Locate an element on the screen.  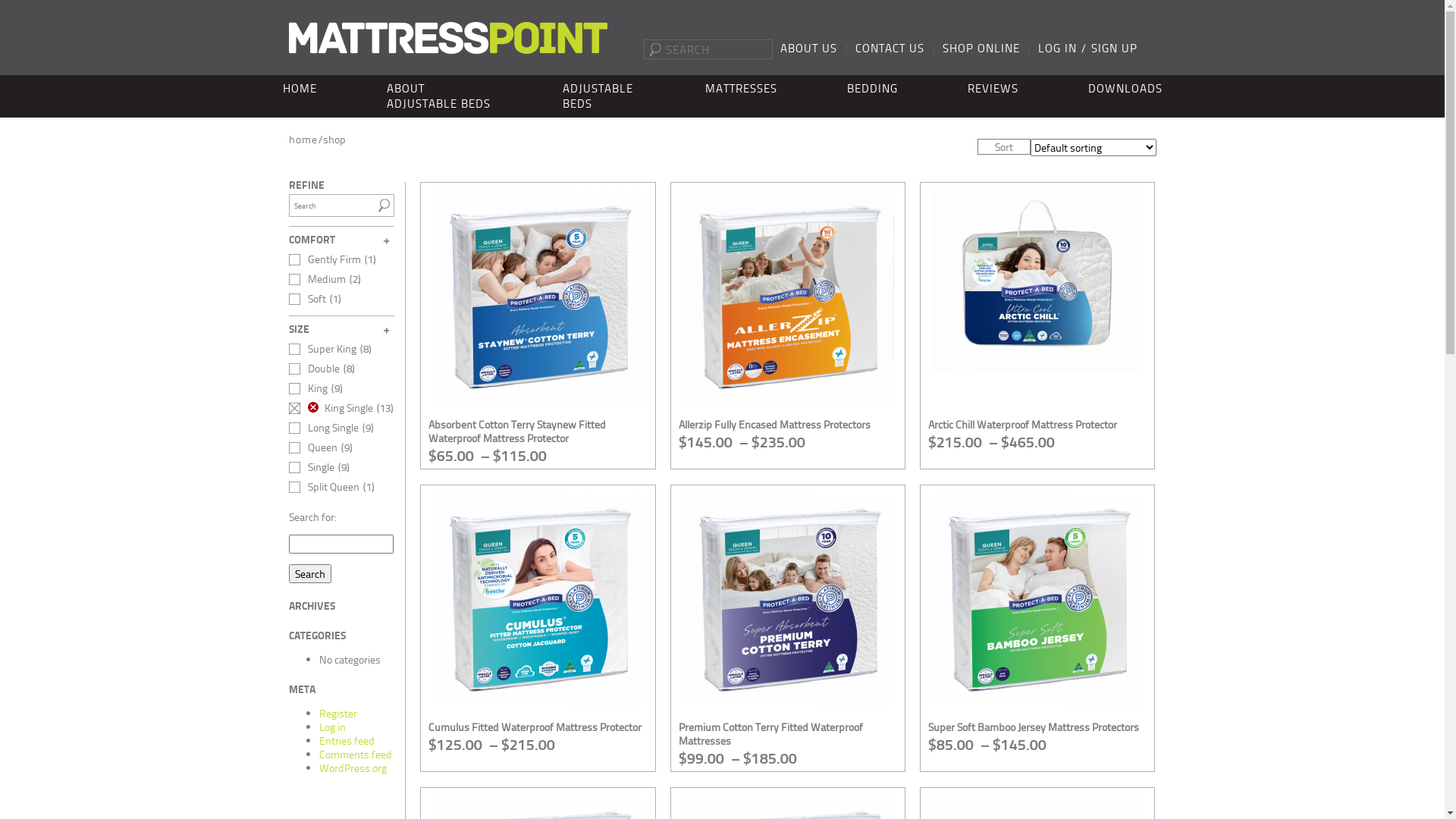
'Super King' is located at coordinates (287, 348).